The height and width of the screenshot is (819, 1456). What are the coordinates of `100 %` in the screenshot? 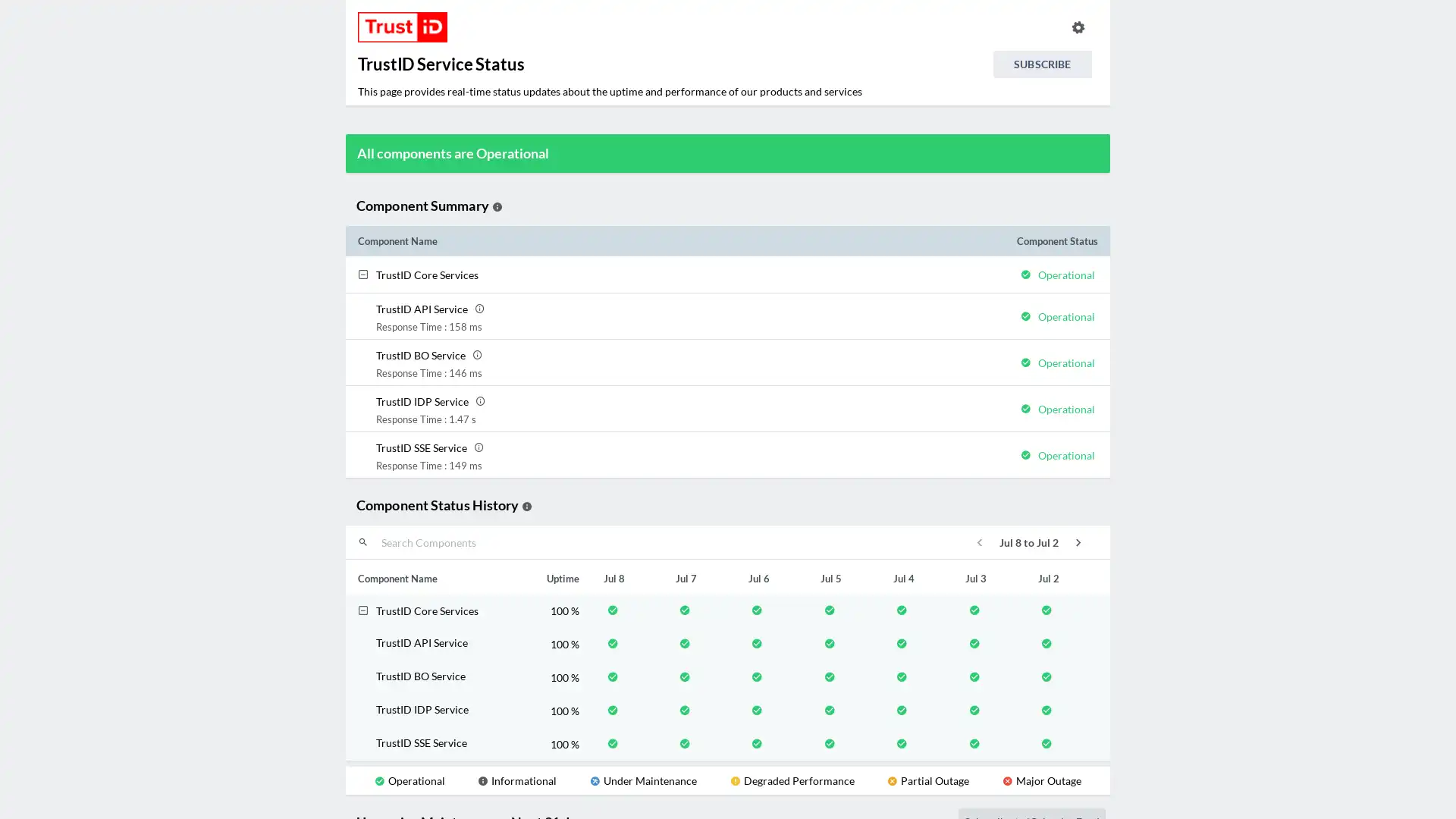 It's located at (563, 742).